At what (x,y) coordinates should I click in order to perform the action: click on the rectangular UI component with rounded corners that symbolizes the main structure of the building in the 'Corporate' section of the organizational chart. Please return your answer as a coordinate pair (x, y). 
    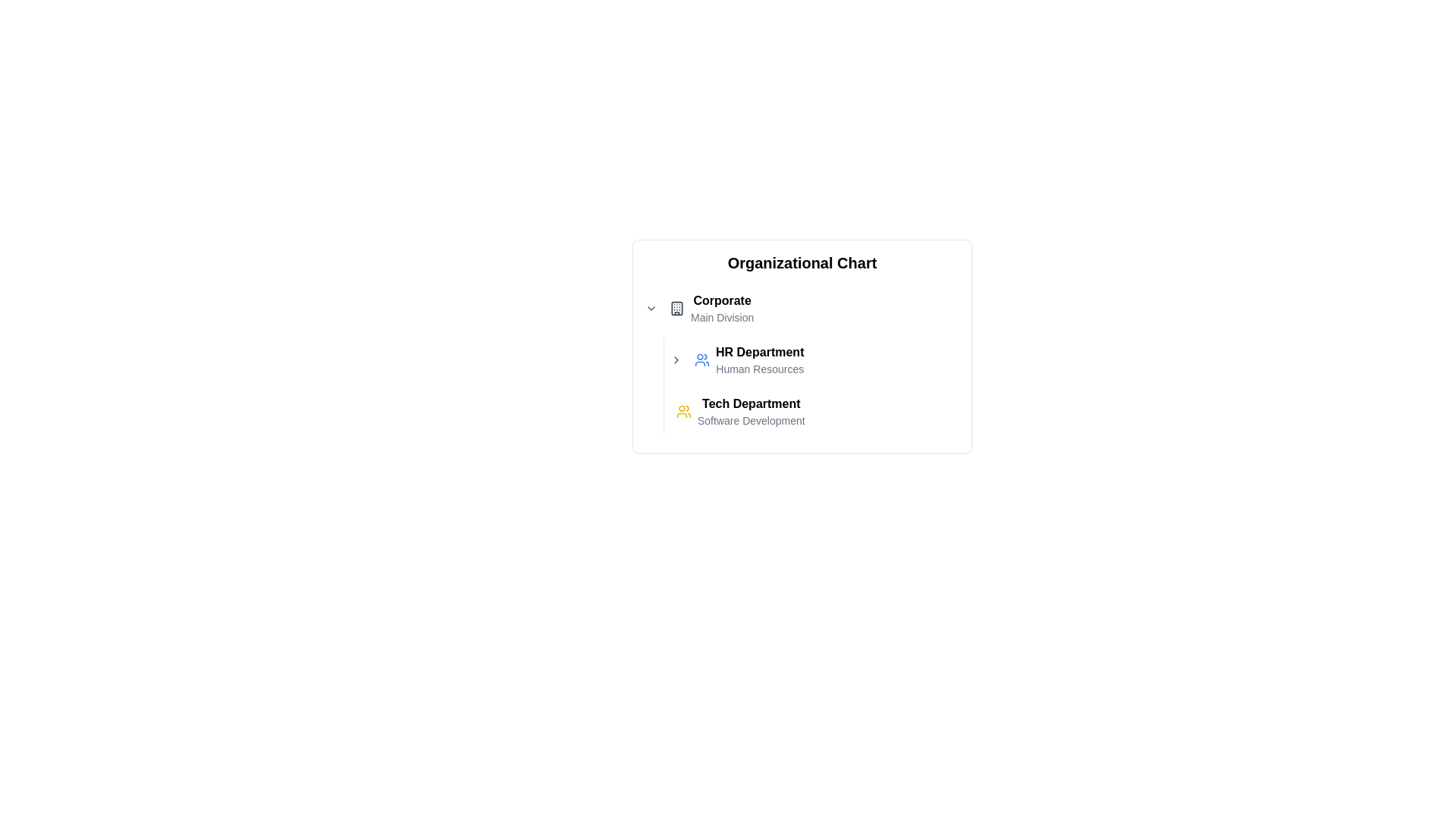
    Looking at the image, I should click on (676, 308).